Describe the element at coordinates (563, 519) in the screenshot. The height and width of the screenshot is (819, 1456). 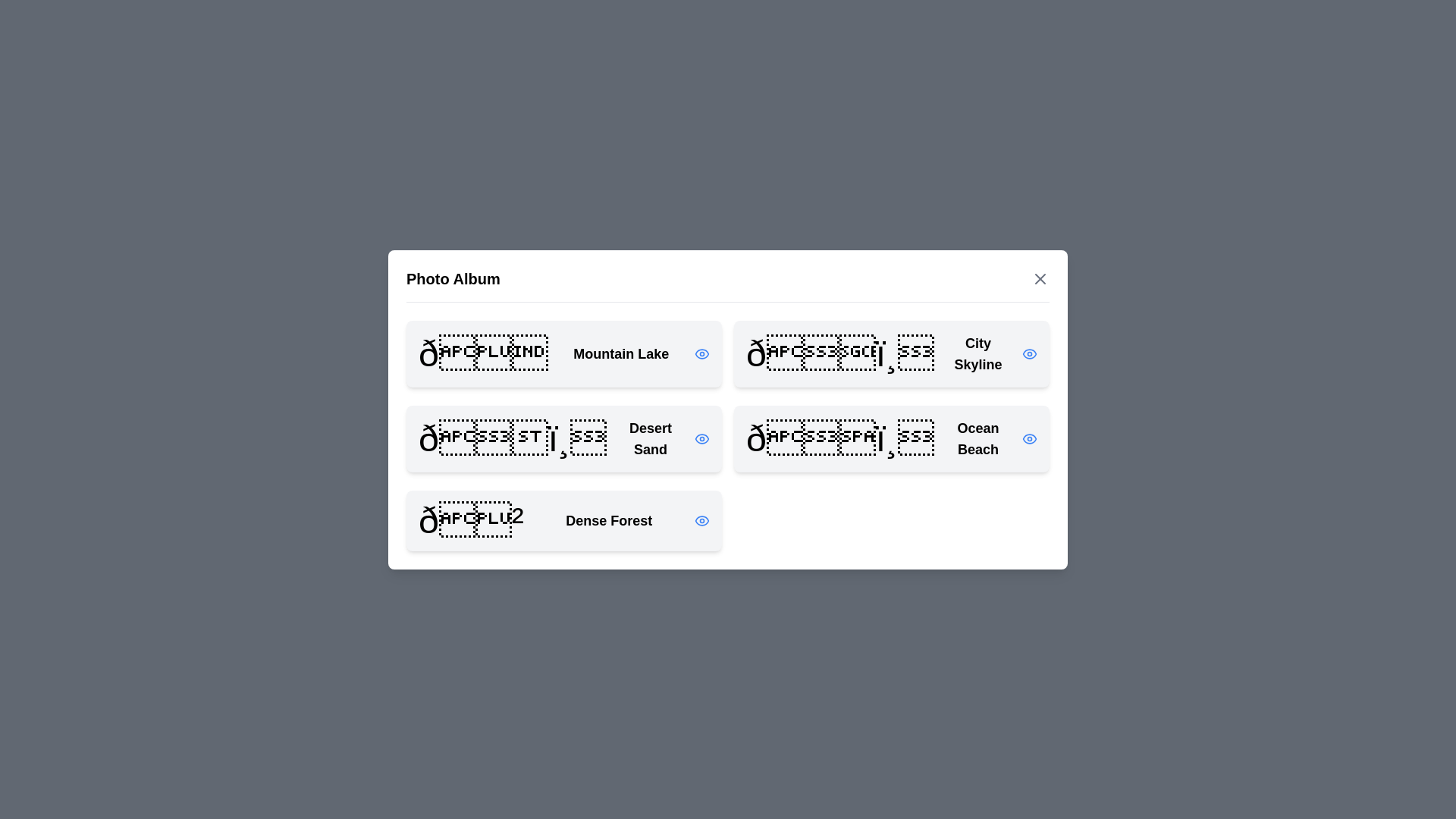
I see `the photo titled Dense Forest from the list` at that location.